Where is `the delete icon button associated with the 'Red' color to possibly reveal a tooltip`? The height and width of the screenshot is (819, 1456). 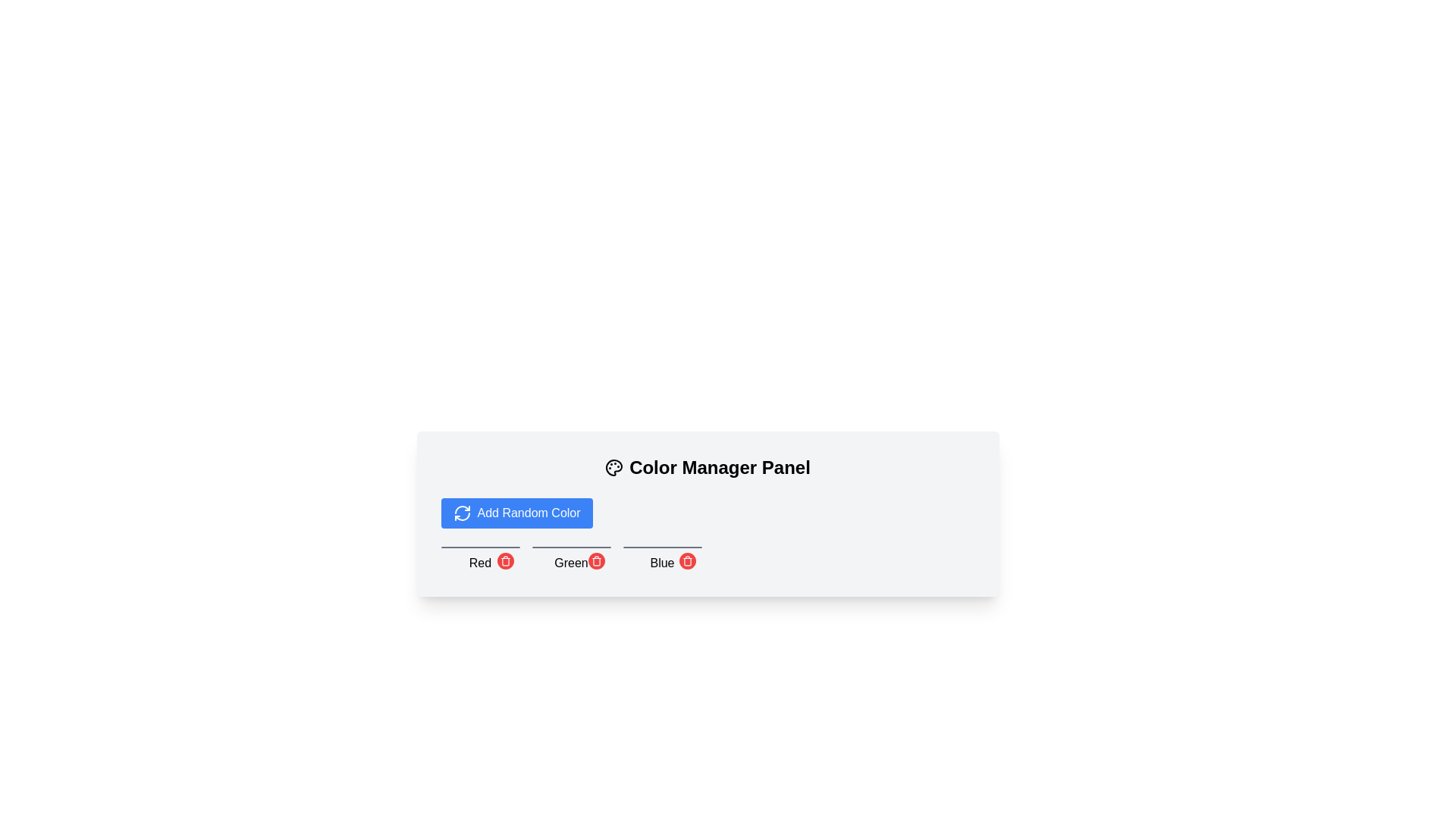 the delete icon button associated with the 'Red' color to possibly reveal a tooltip is located at coordinates (505, 561).